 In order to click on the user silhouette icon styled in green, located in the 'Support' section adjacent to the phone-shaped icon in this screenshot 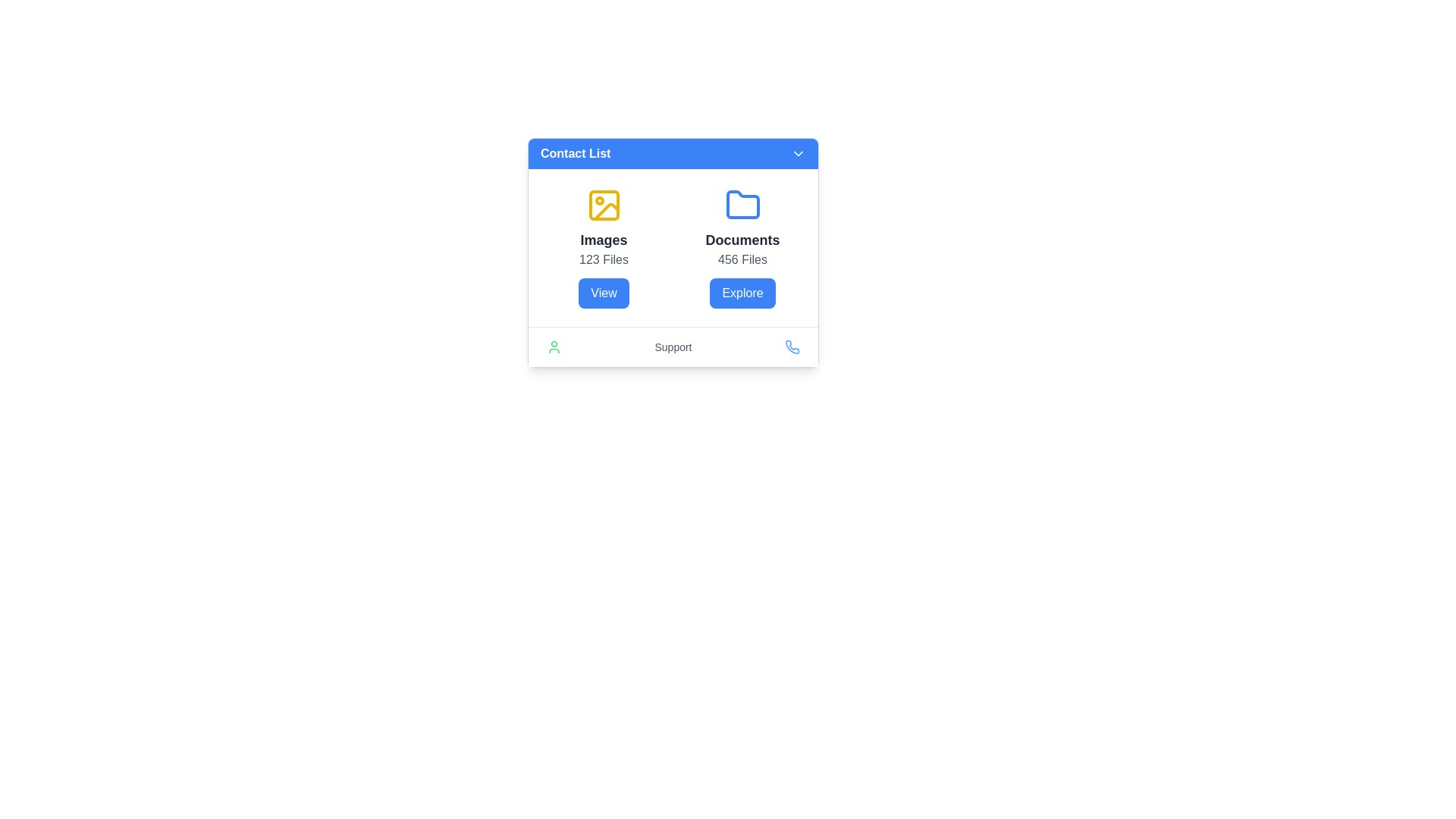, I will do `click(553, 347)`.